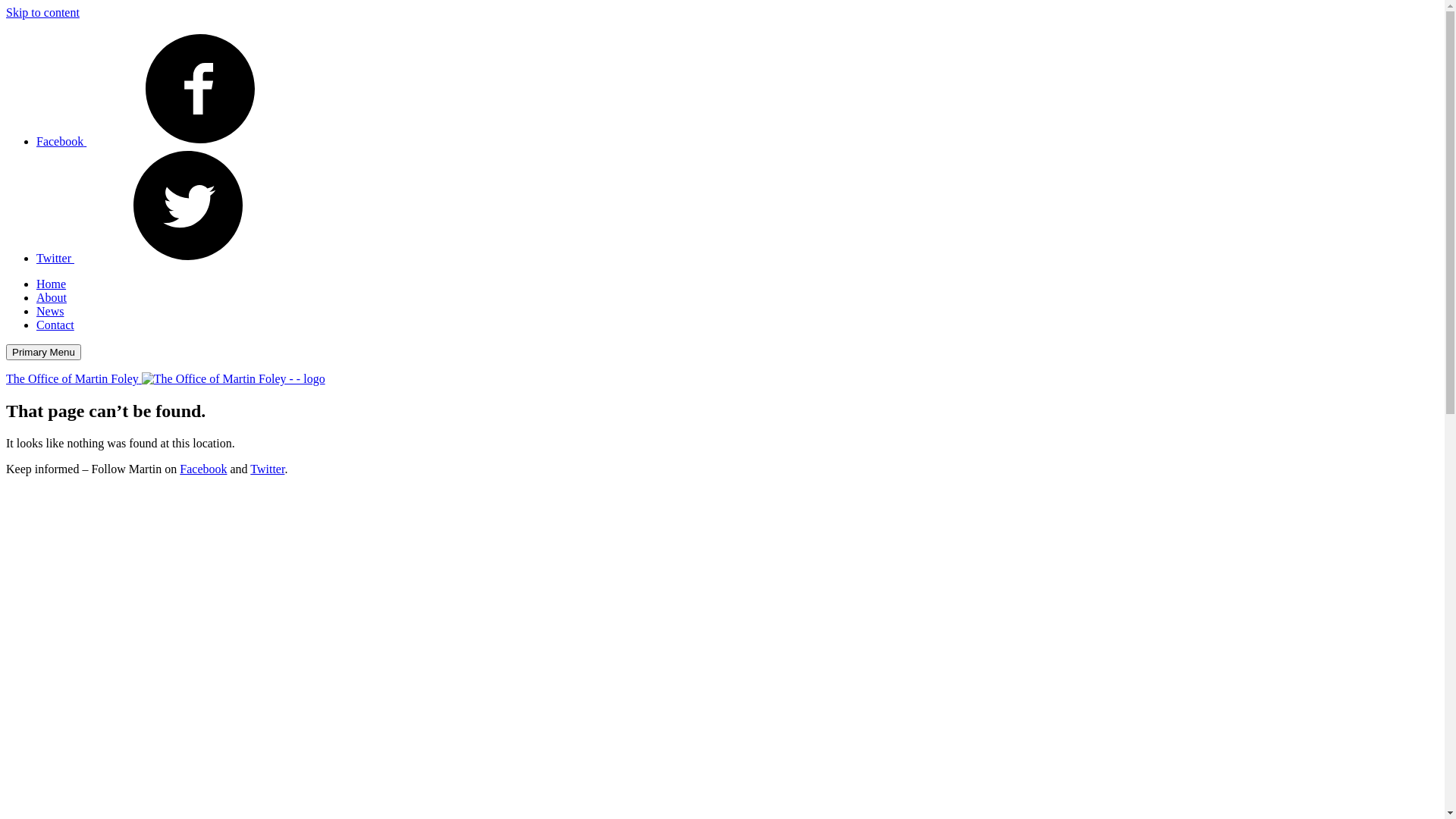  Describe the element at coordinates (267, 468) in the screenshot. I see `'Twitter'` at that location.